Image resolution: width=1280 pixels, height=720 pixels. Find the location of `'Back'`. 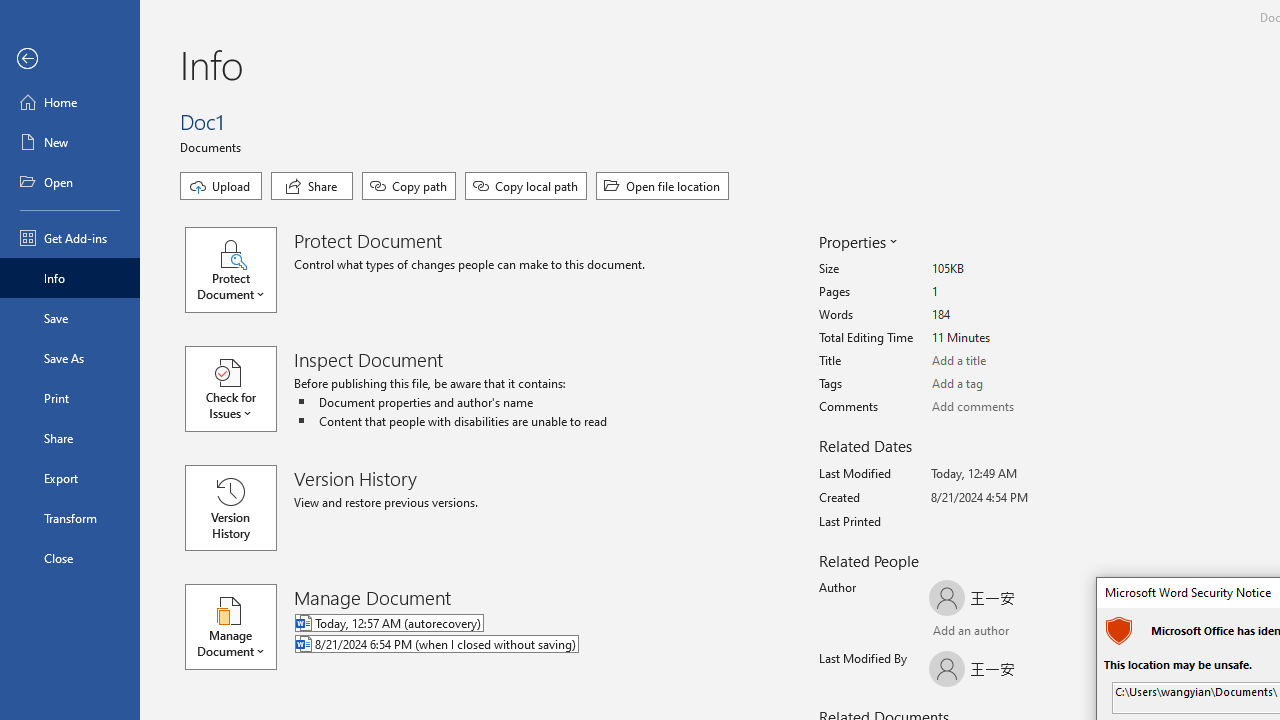

'Back' is located at coordinates (69, 58).